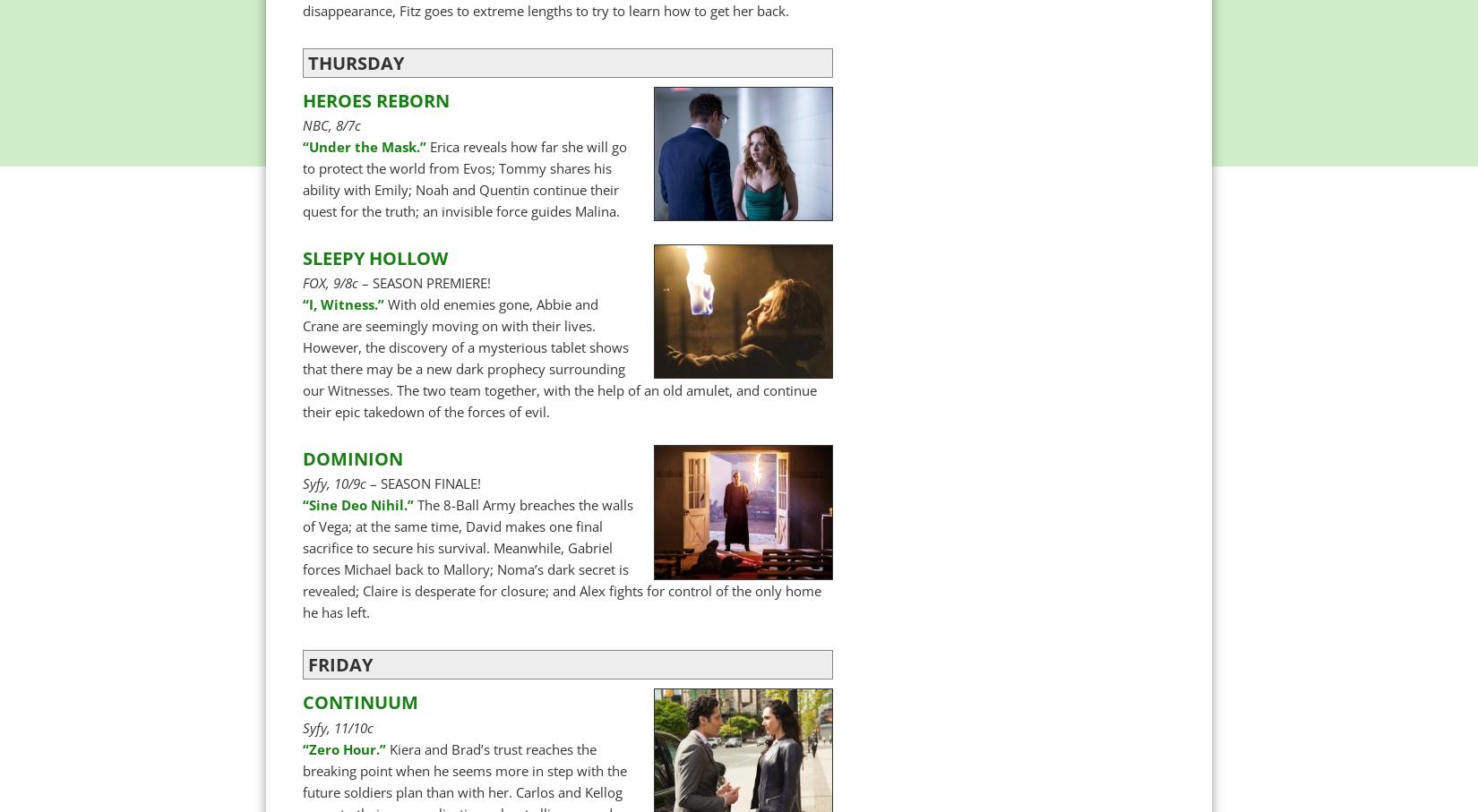 The width and height of the screenshot is (1478, 812). I want to click on '– SEASON PREMIERE!', so click(357, 282).